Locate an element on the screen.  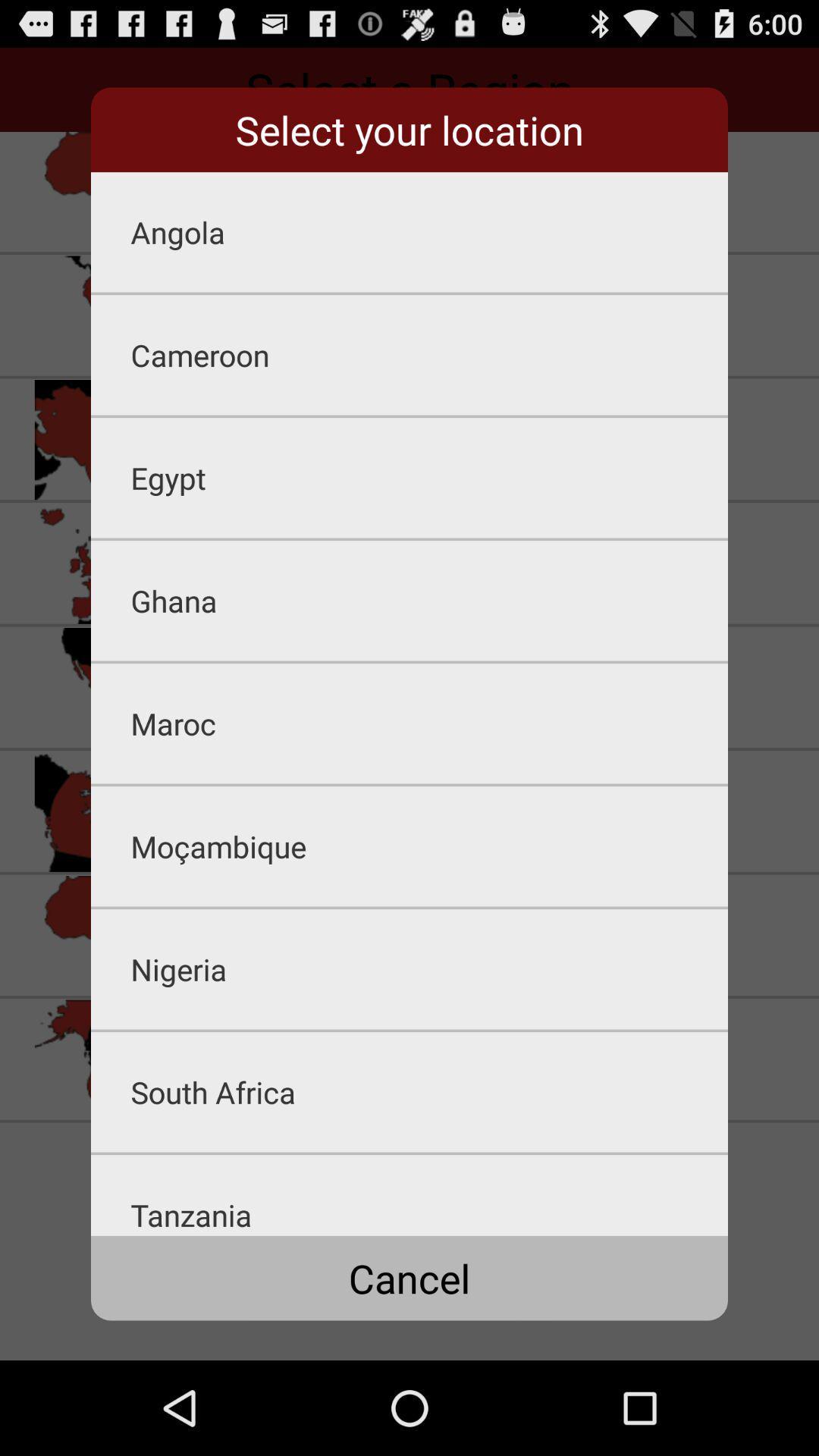
angola icon is located at coordinates (429, 231).